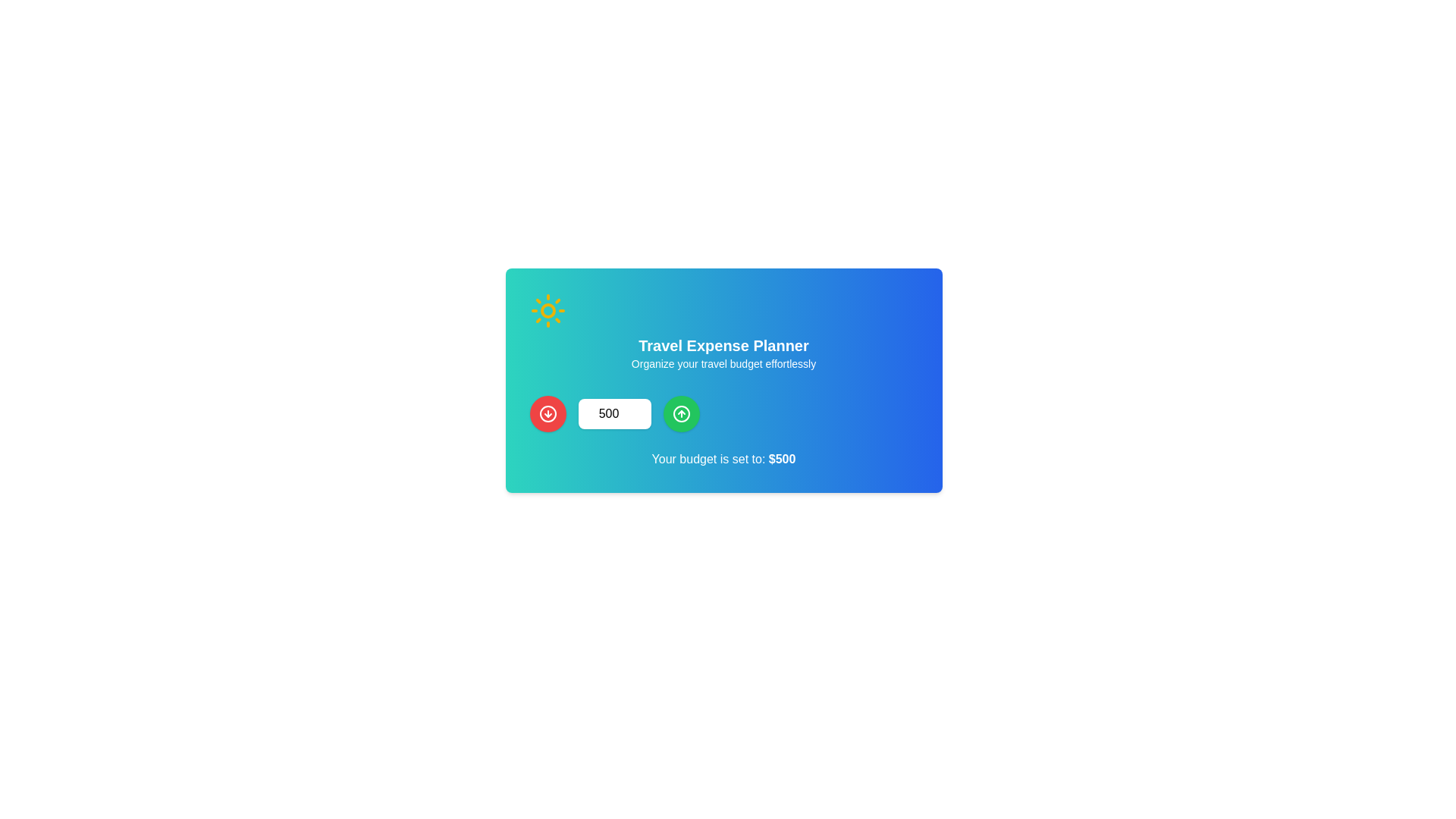 Image resolution: width=1456 pixels, height=819 pixels. Describe the element at coordinates (547, 309) in the screenshot. I see `the sun icon, which is a decorative graphic located at the top-left of the 'Travel Expense Planner' card, distinguished by its yellow color and clean outline against a green background` at that location.